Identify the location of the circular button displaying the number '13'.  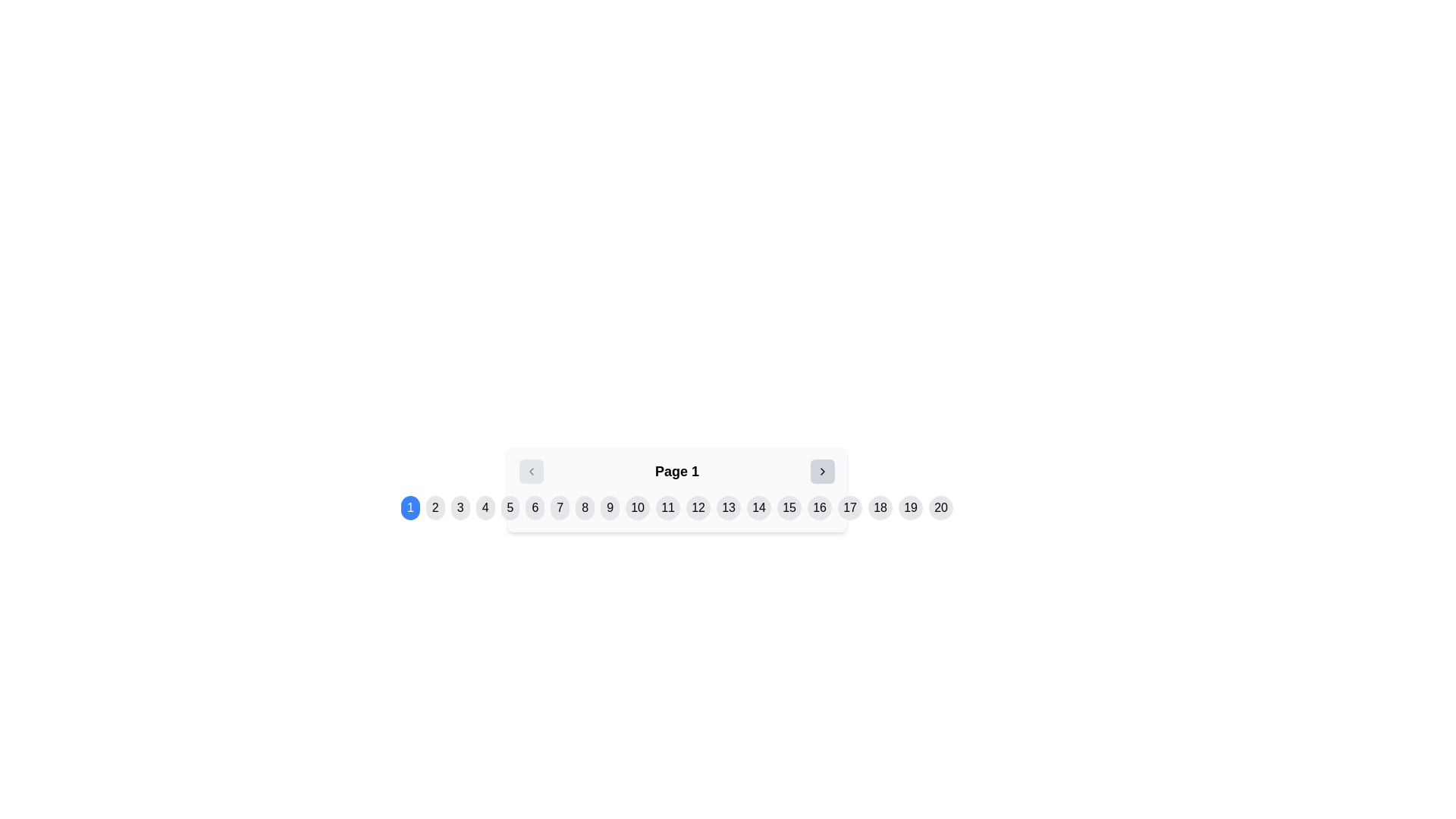
(729, 508).